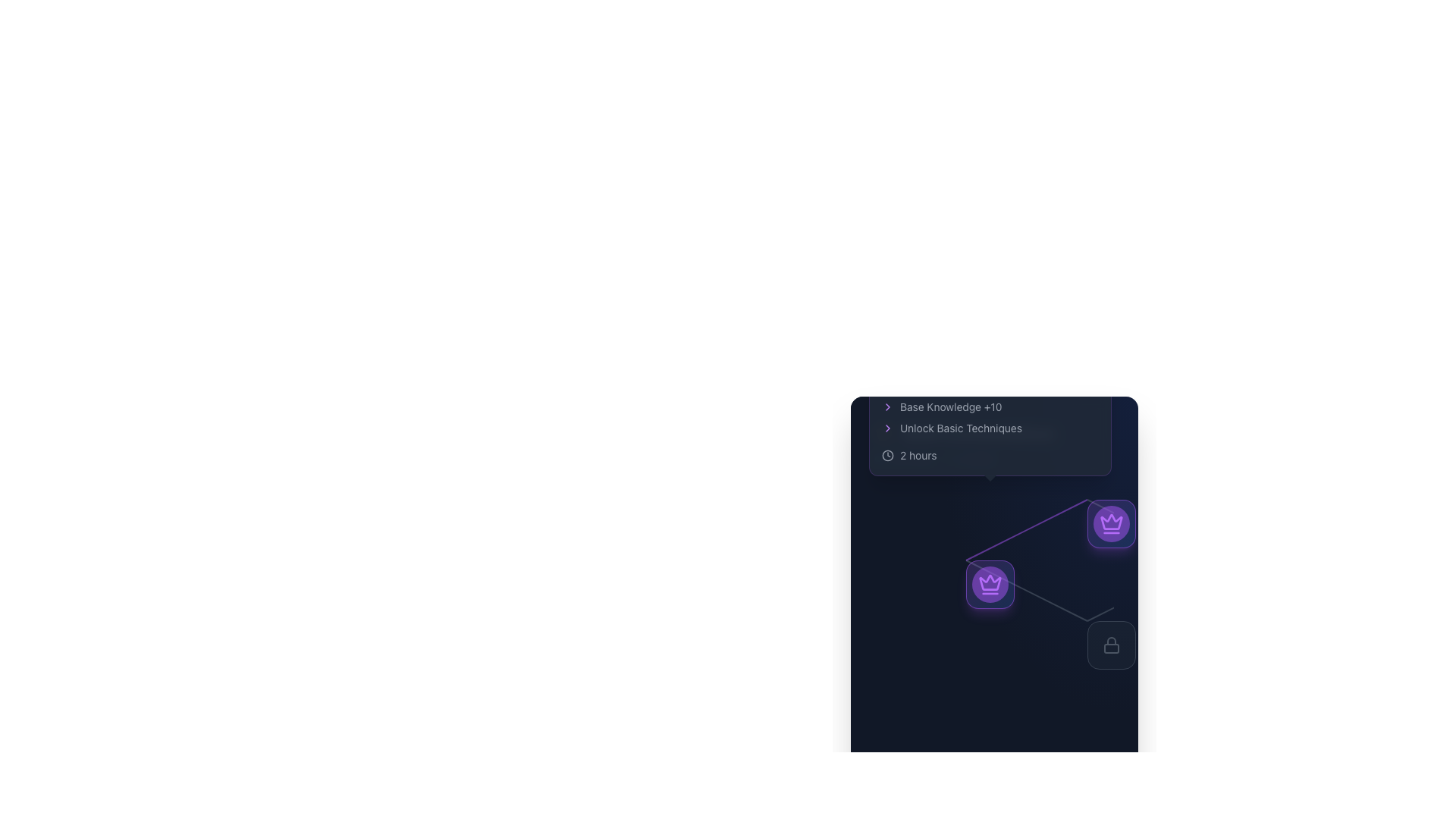 This screenshot has width=1456, height=819. What do you see at coordinates (1026, 590) in the screenshot?
I see `the connector line that visually represents a relationship between two crown-badge icons, located at the bottom-left corner of the interface` at bounding box center [1026, 590].